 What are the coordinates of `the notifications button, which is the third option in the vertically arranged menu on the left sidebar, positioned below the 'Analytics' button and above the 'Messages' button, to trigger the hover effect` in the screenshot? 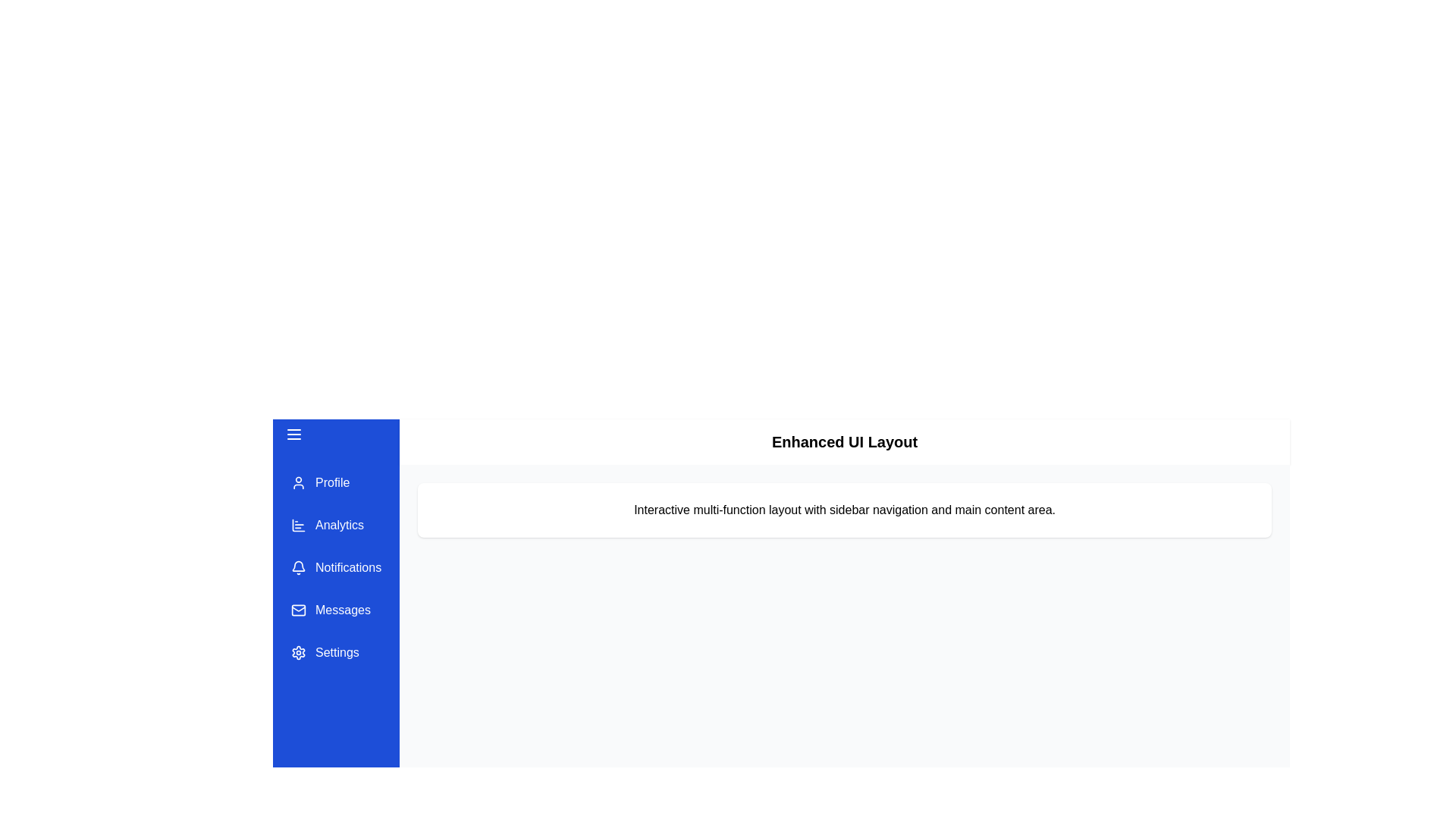 It's located at (335, 567).